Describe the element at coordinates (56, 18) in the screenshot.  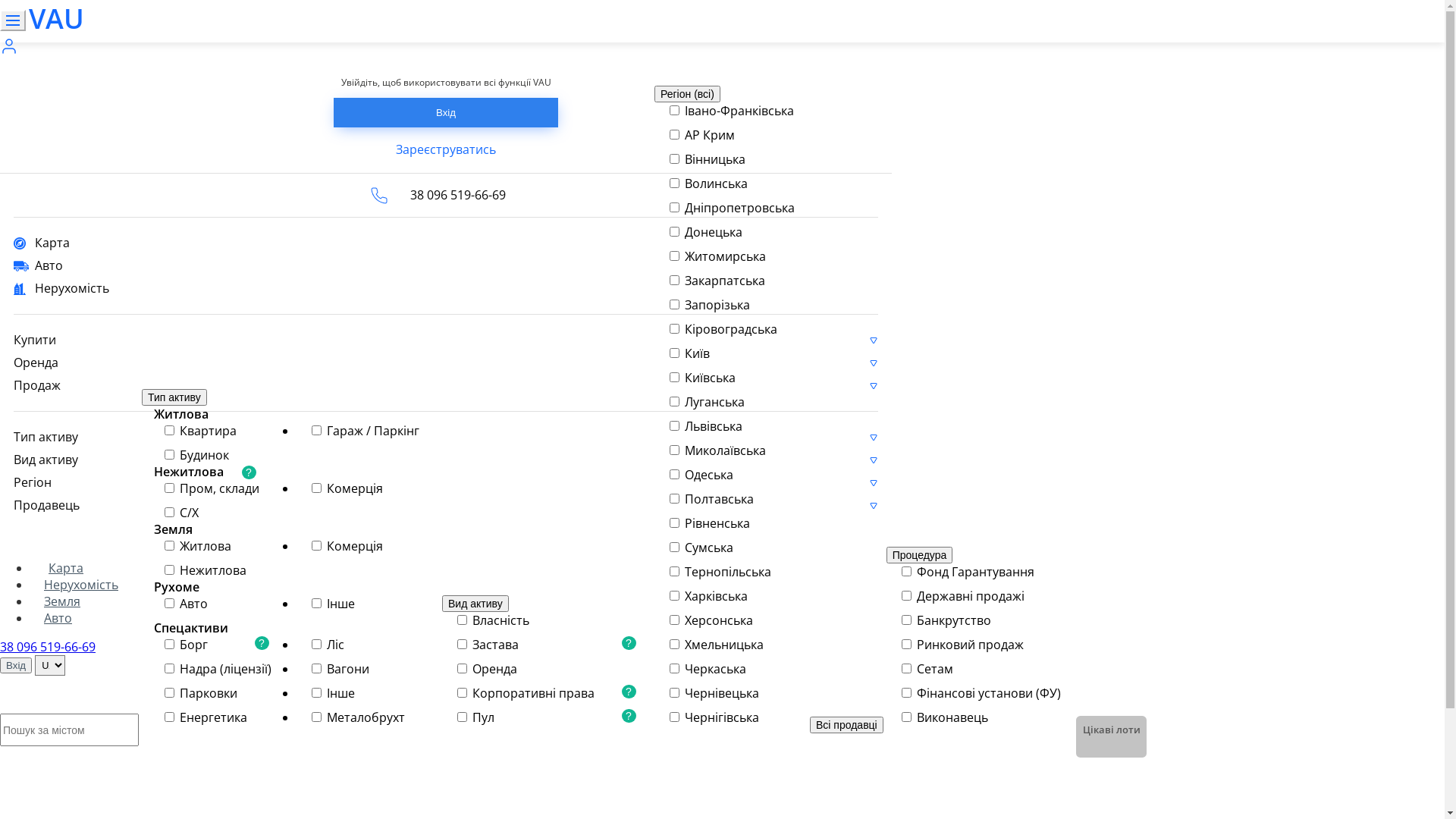
I see `'VAU'` at that location.